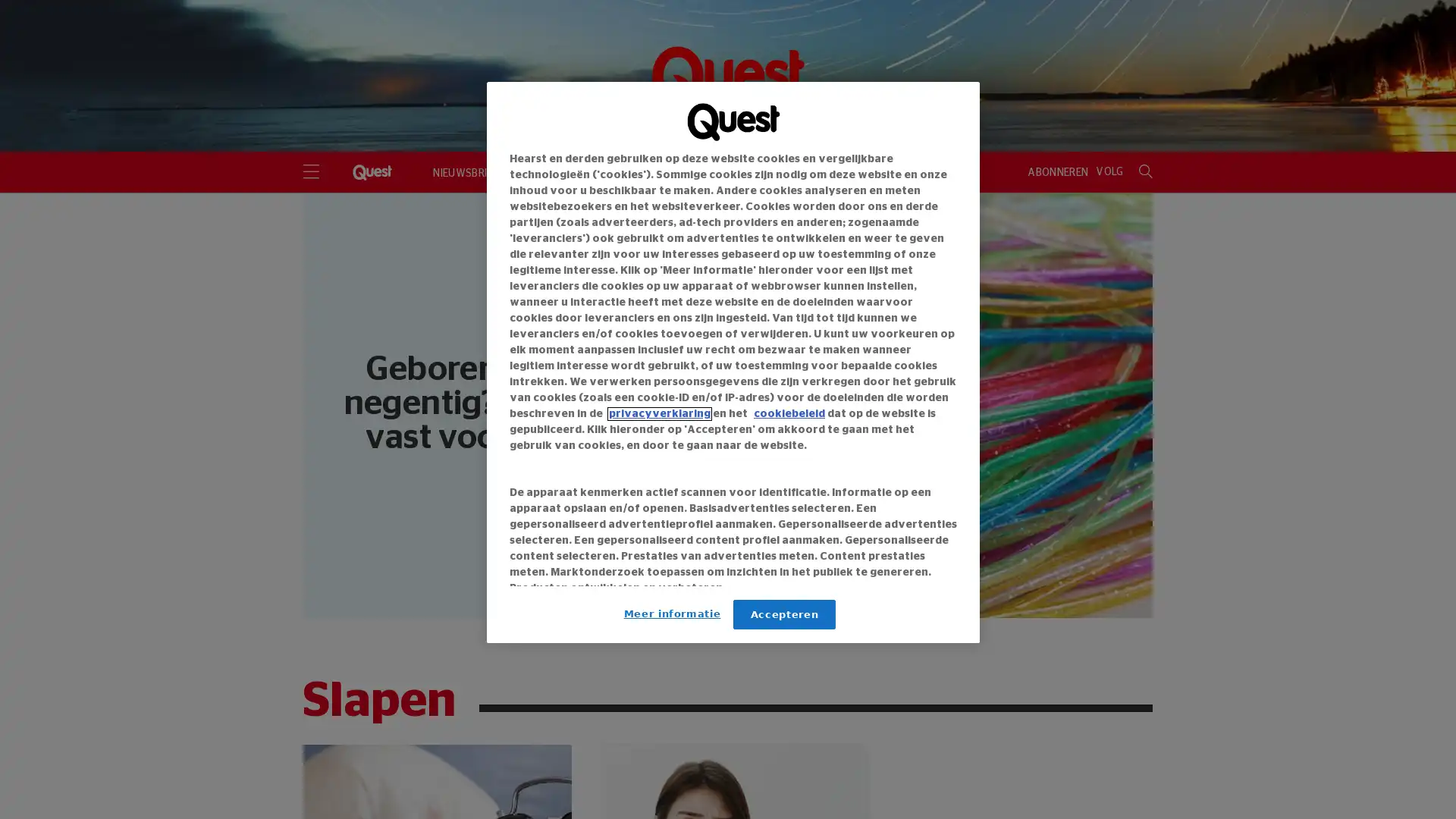 This screenshot has height=819, width=1456. What do you see at coordinates (671, 613) in the screenshot?
I see `Meer informatie` at bounding box center [671, 613].